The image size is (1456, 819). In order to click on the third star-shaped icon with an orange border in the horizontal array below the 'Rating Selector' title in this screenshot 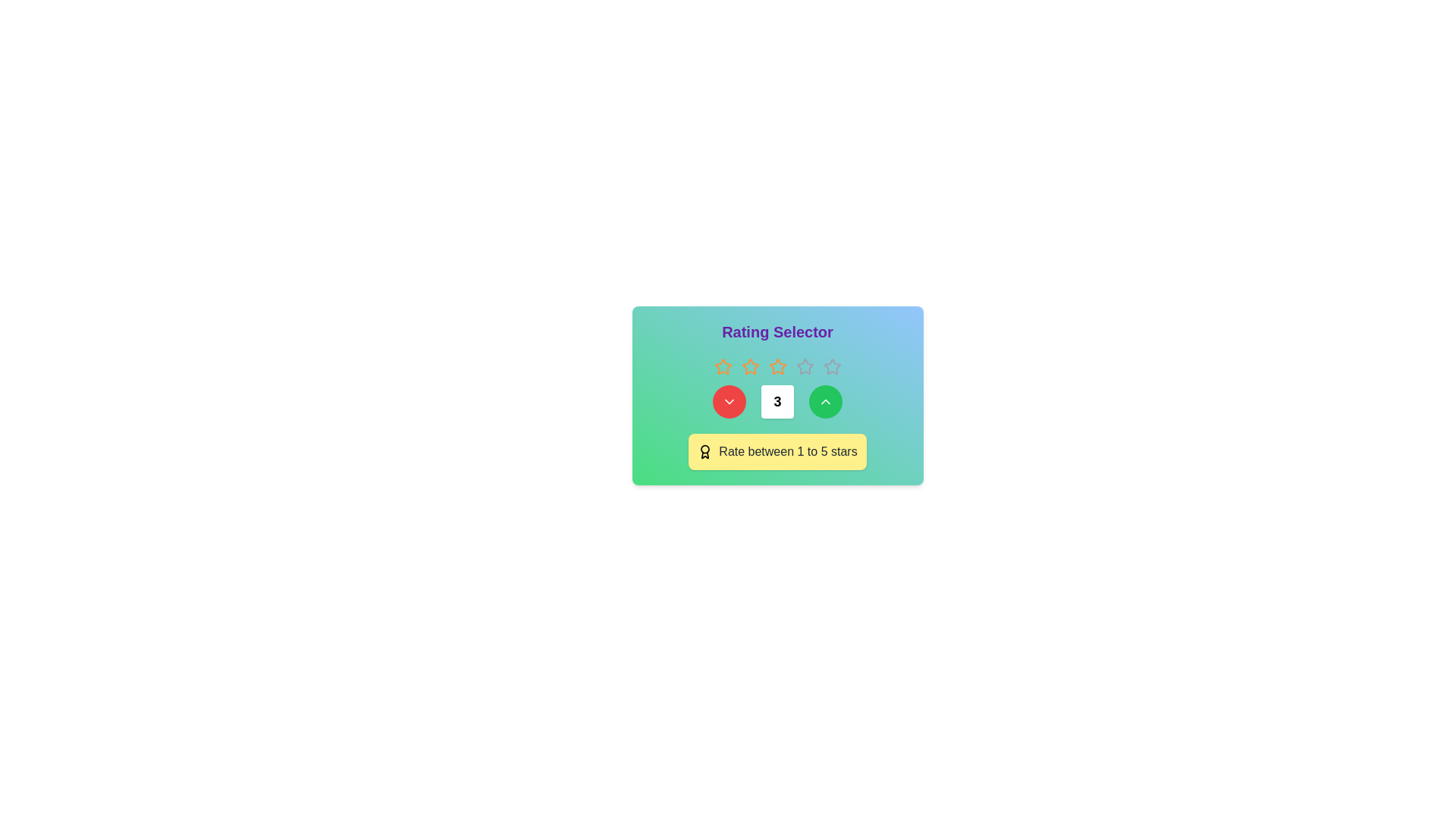, I will do `click(750, 366)`.